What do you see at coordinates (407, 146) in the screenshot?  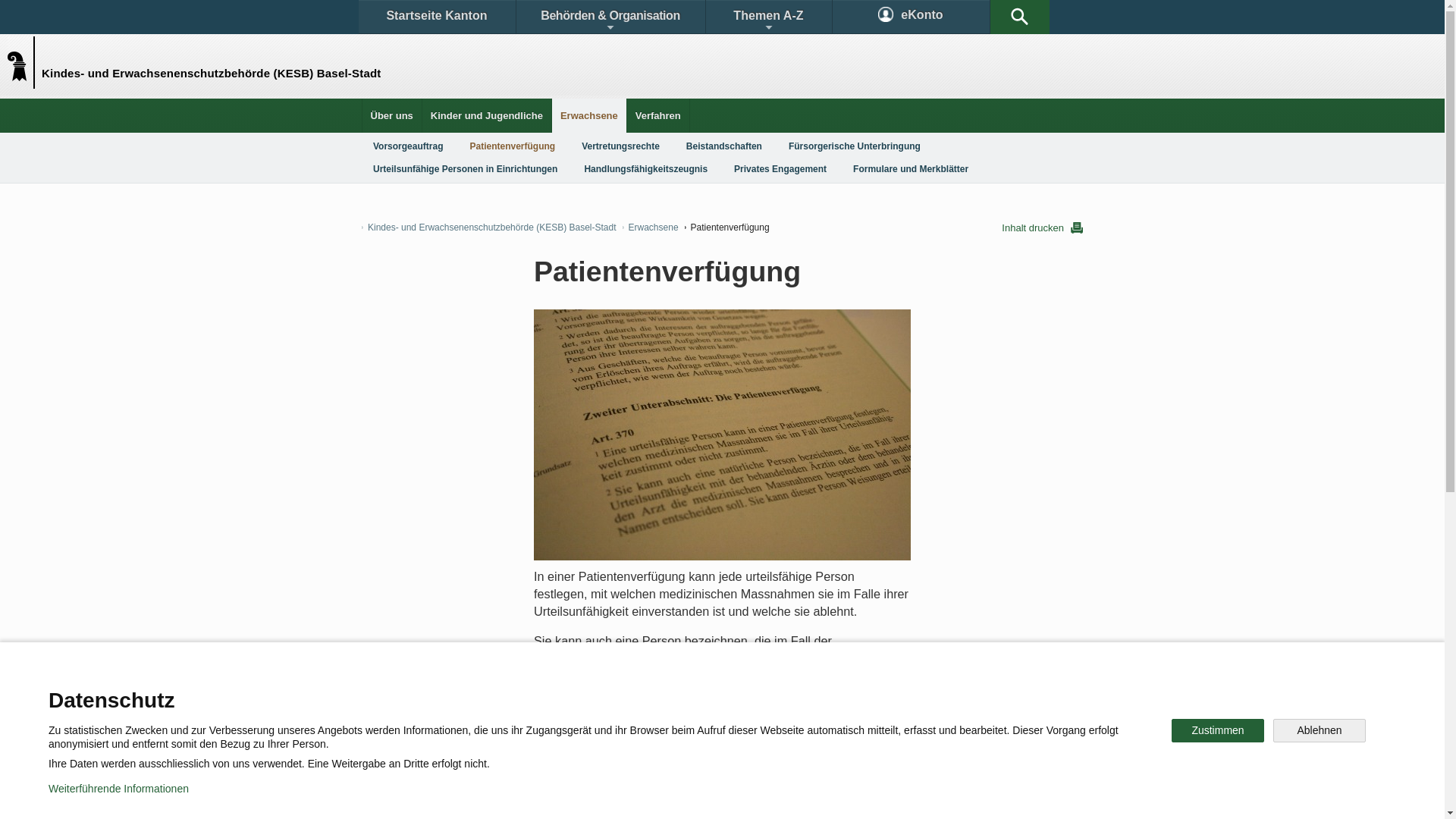 I see `'Vorsorgeauftrag'` at bounding box center [407, 146].